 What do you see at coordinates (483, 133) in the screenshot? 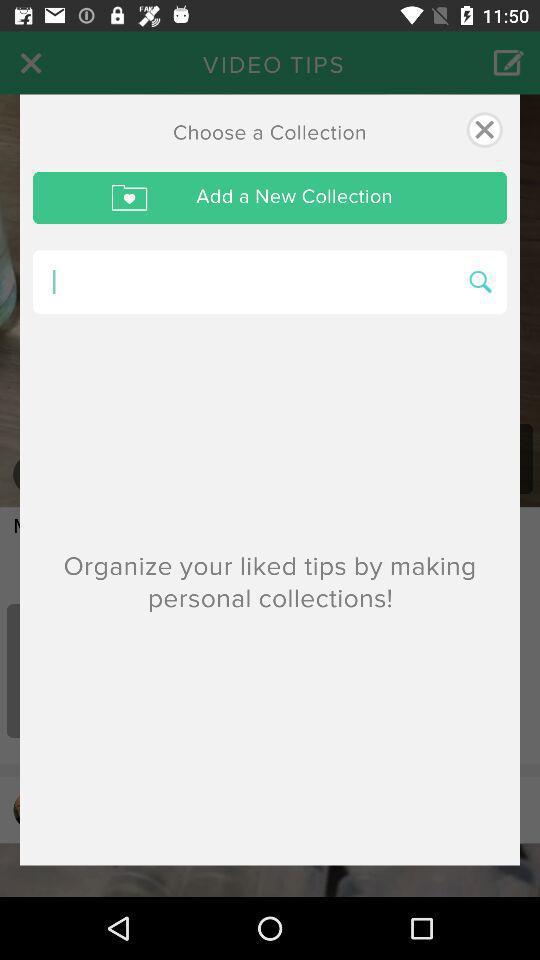
I see `the close icon` at bounding box center [483, 133].